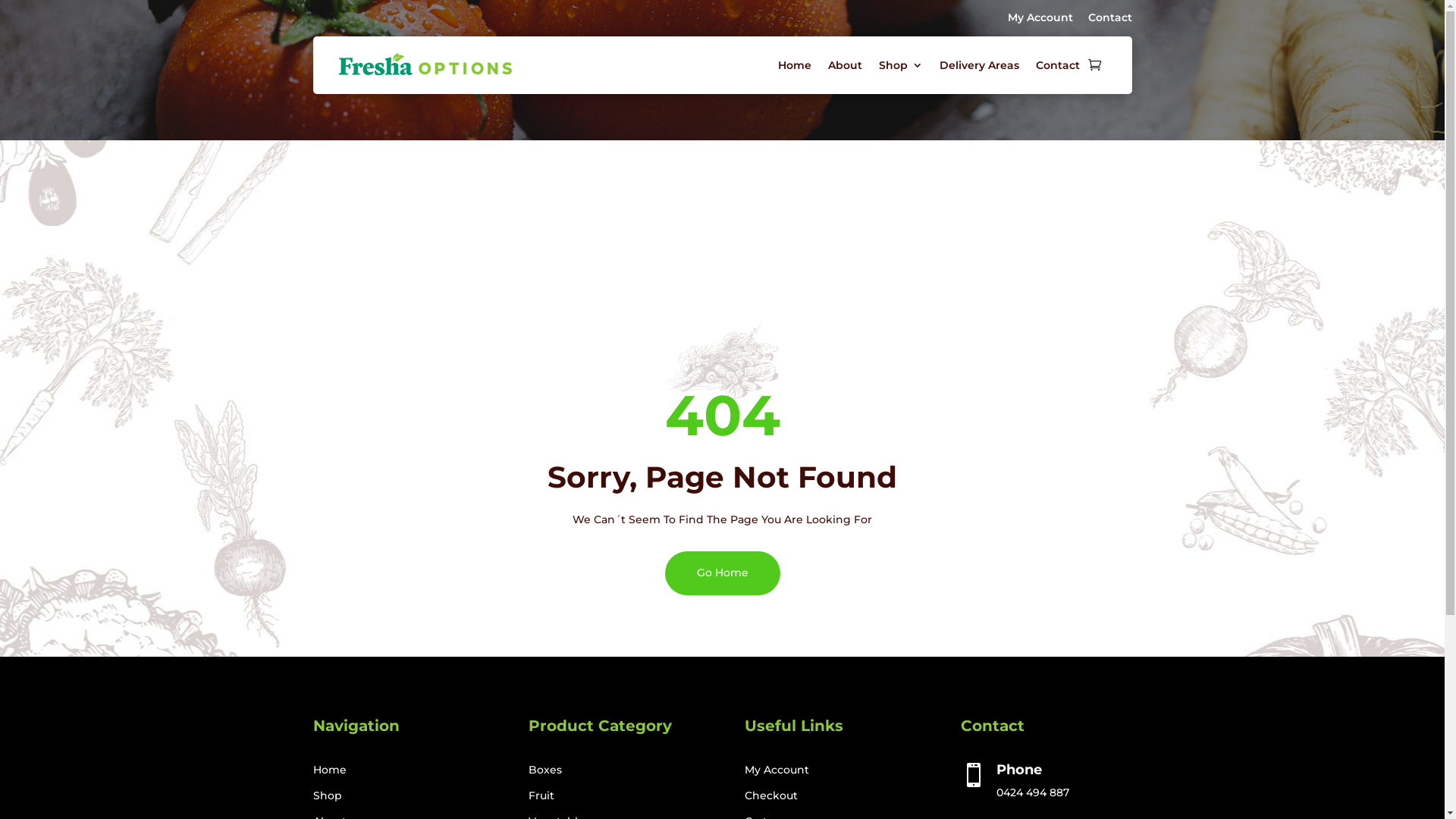 This screenshot has width=1456, height=819. Describe the element at coordinates (777, 769) in the screenshot. I see `'My Account'` at that location.